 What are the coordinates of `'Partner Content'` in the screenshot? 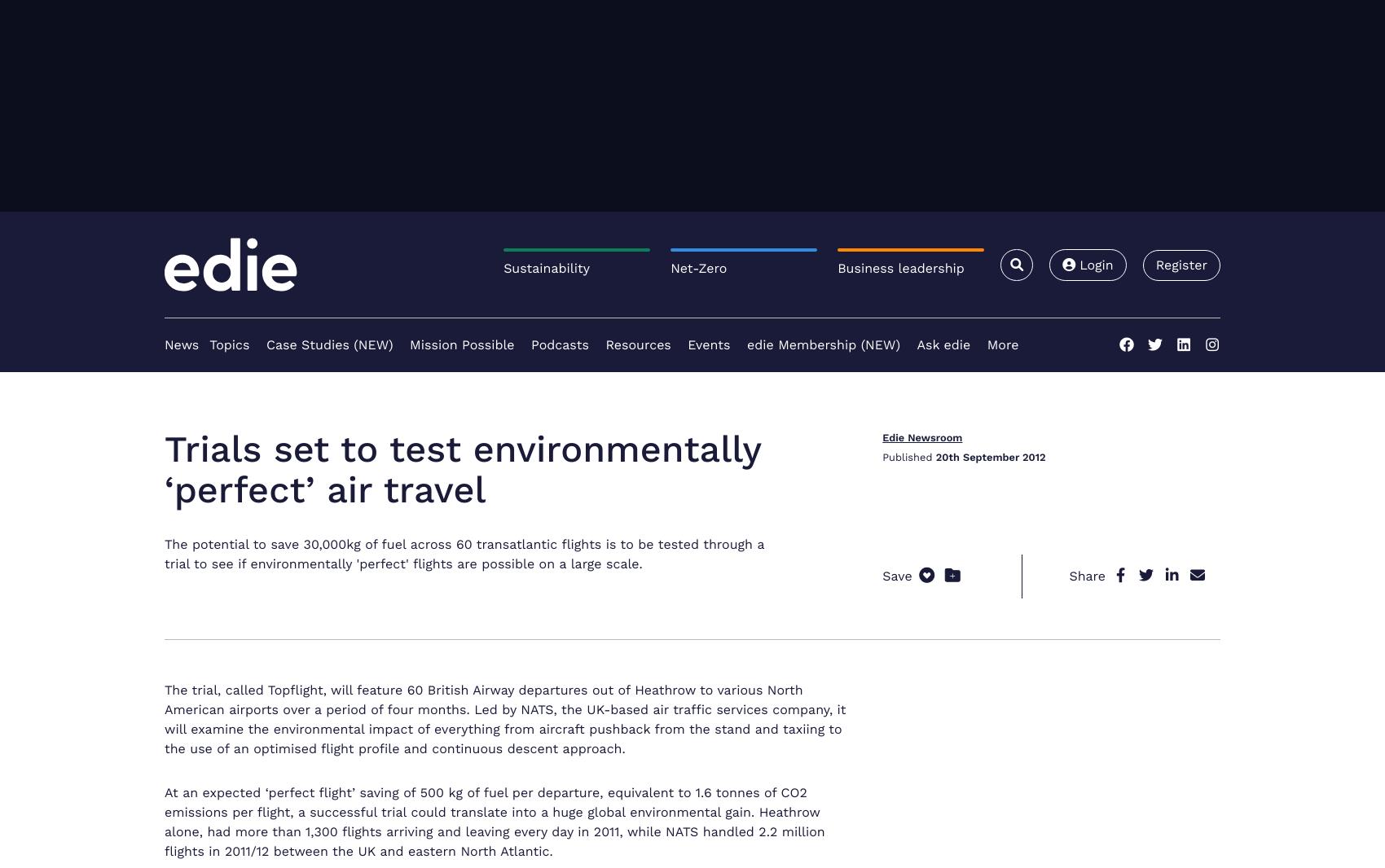 It's located at (240, 144).